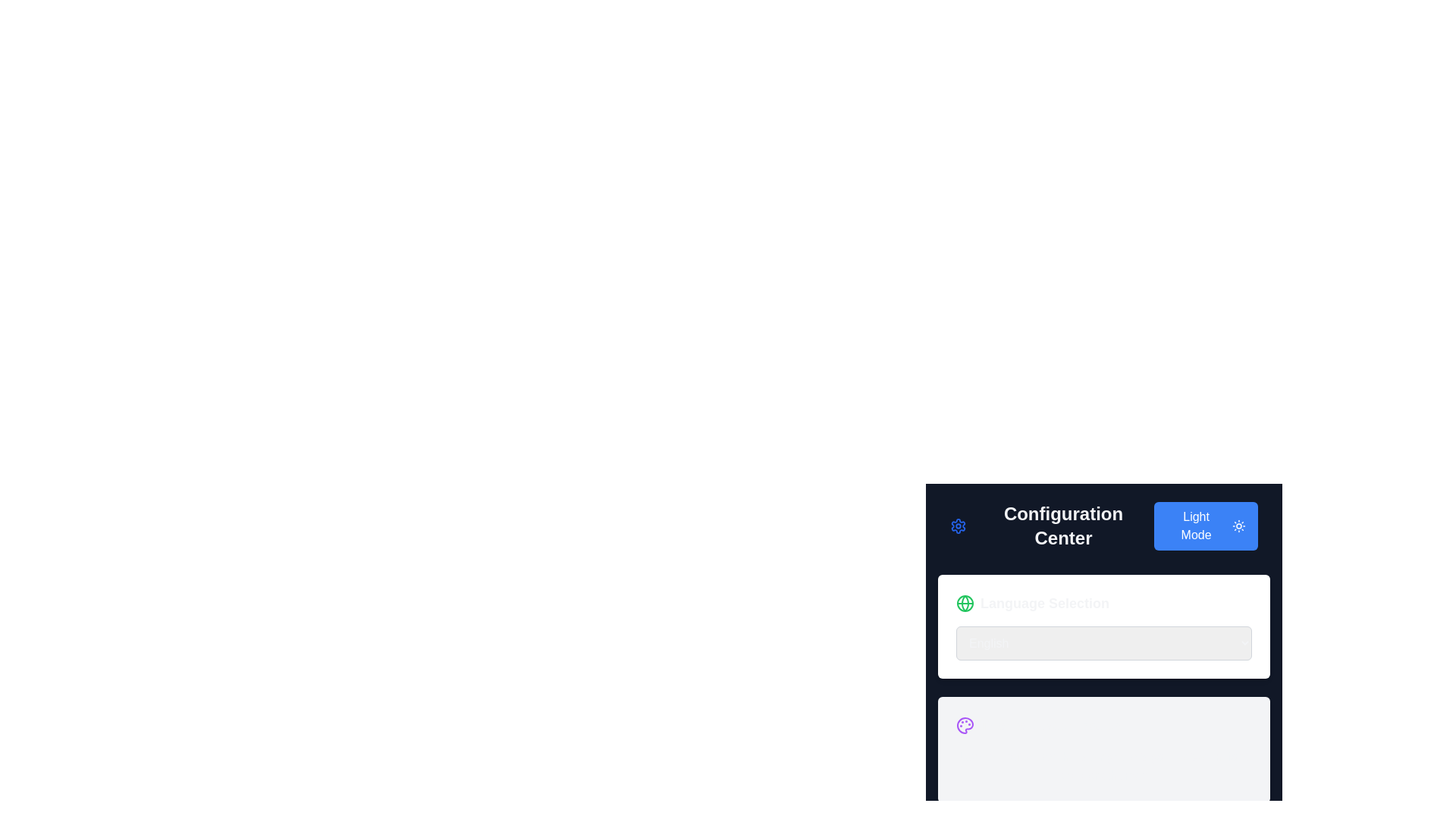 The width and height of the screenshot is (1456, 819). Describe the element at coordinates (957, 526) in the screenshot. I see `the settings icon located in the top-left corner of the user interface, next to the 'Configuration Center' text` at that location.